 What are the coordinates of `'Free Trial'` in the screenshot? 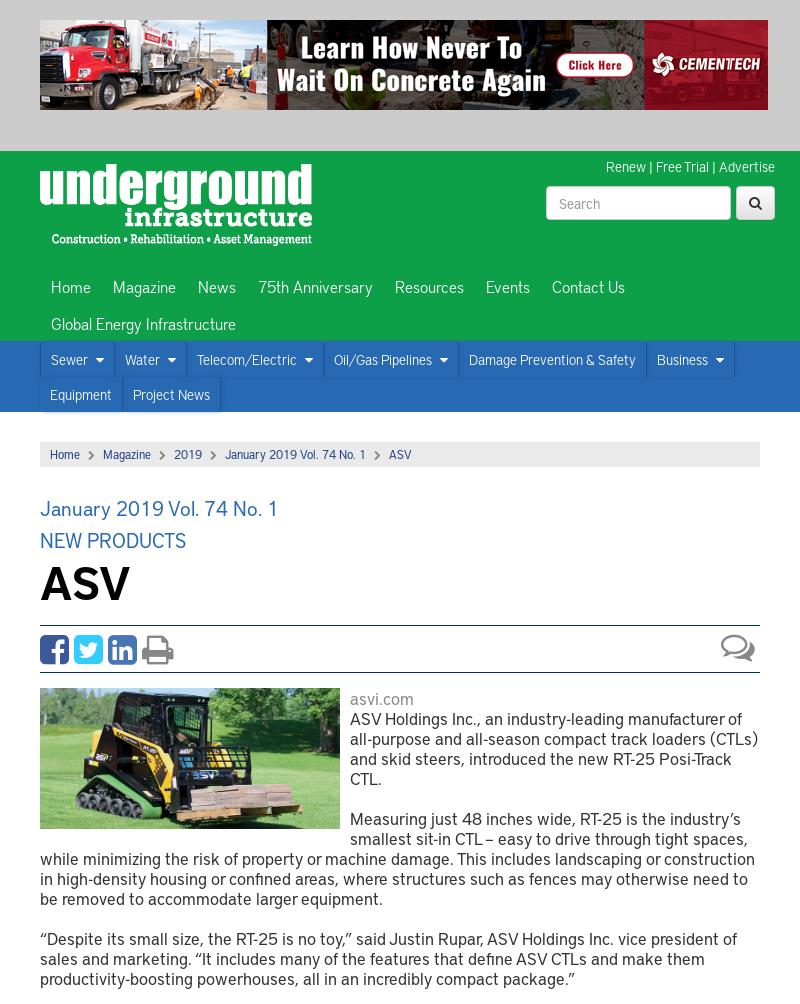 It's located at (682, 165).